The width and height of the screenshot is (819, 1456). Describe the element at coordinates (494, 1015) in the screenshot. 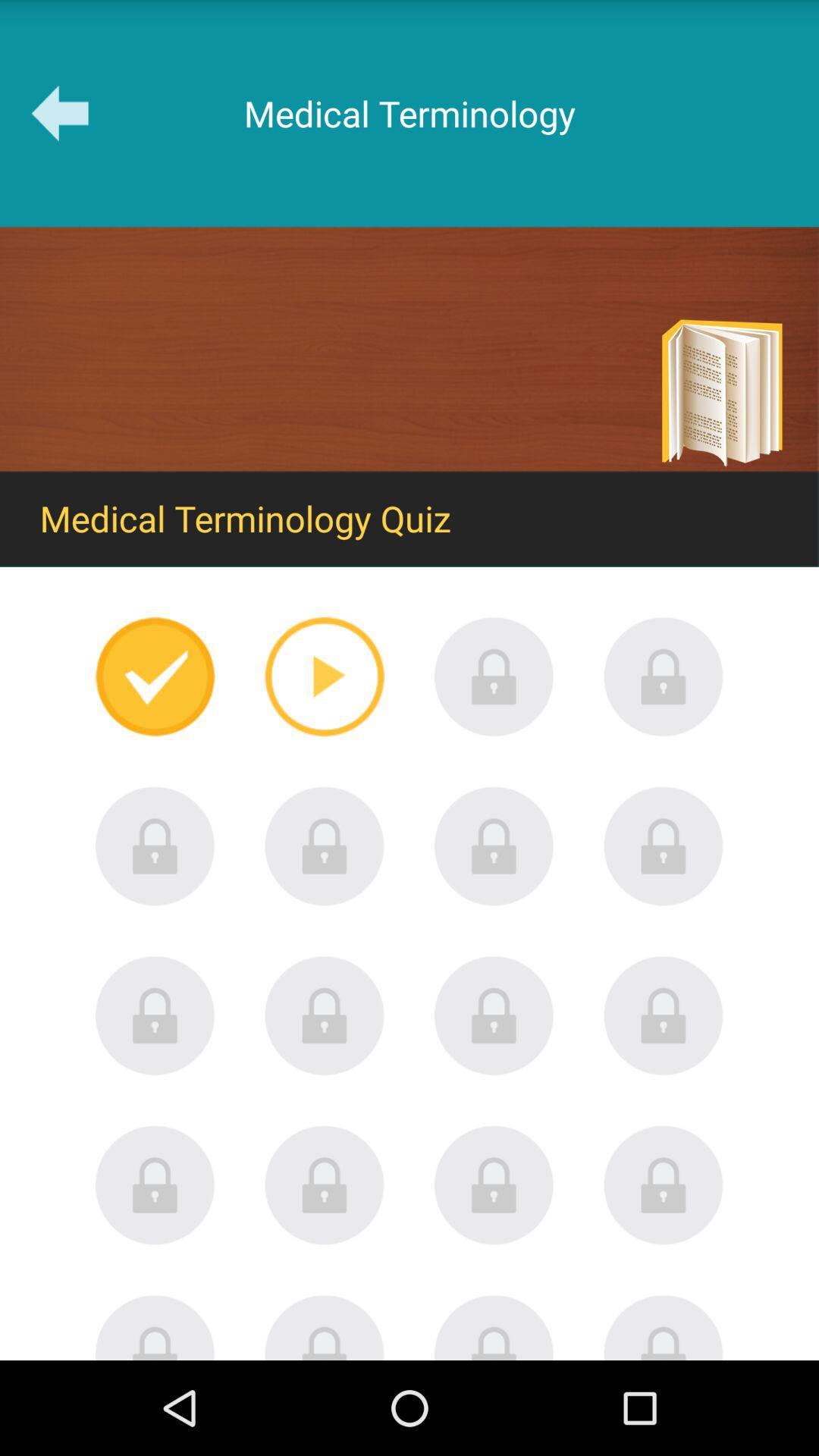

I see `lock` at that location.